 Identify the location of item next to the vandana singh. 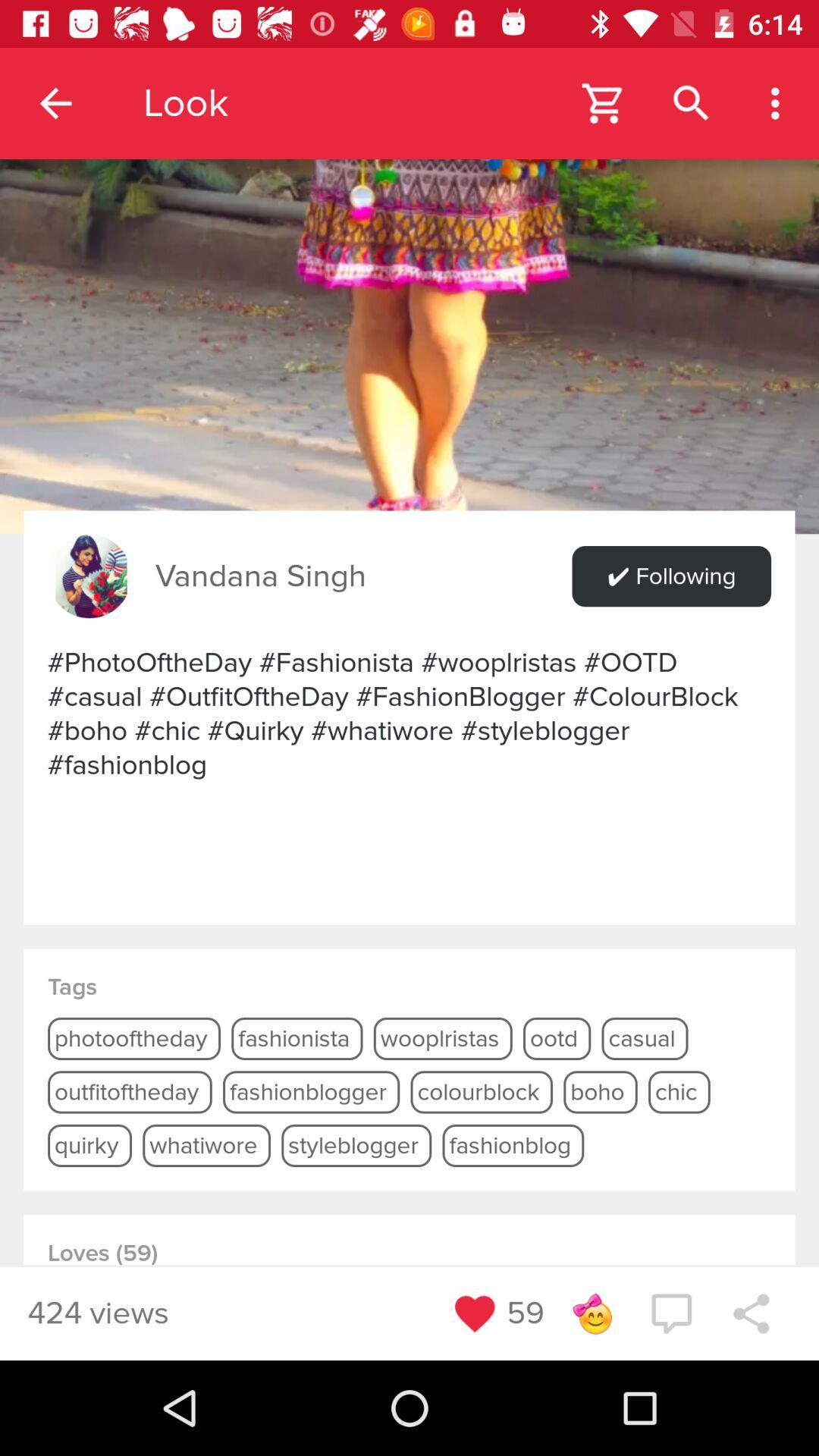
(670, 576).